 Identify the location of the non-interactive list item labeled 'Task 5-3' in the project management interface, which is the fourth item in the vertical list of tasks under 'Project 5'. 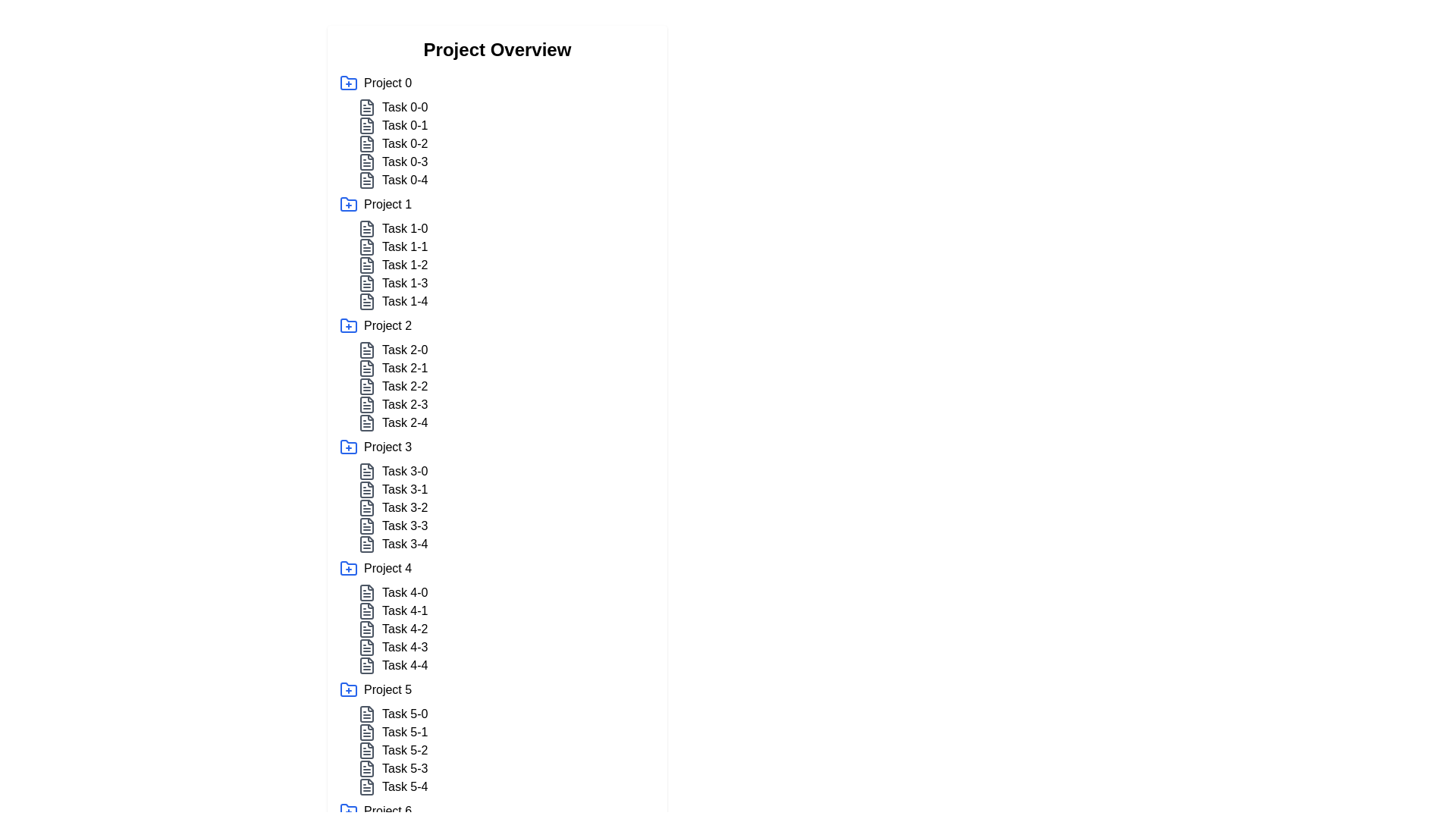
(506, 769).